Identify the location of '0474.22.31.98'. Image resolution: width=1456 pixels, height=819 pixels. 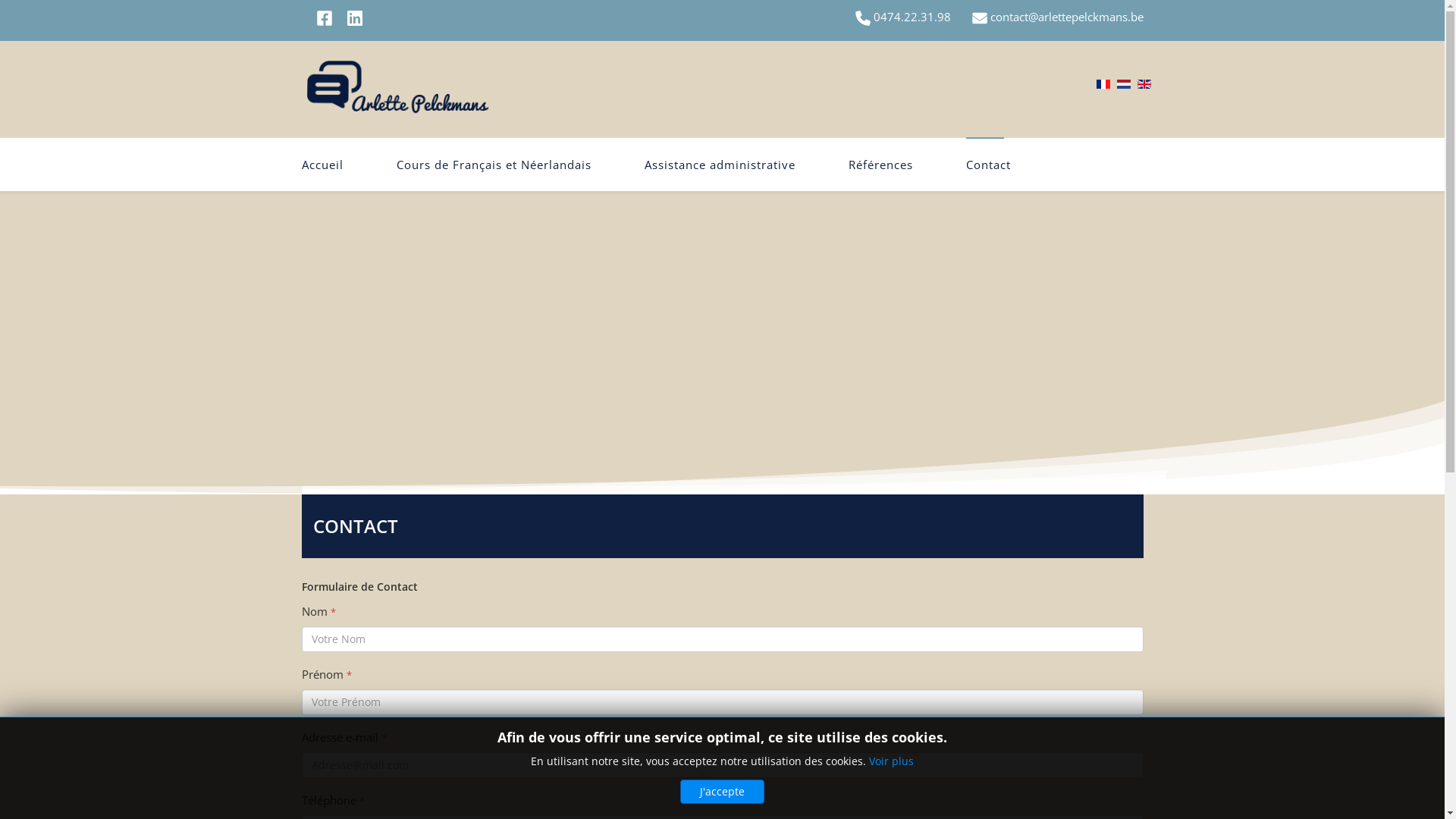
(902, 17).